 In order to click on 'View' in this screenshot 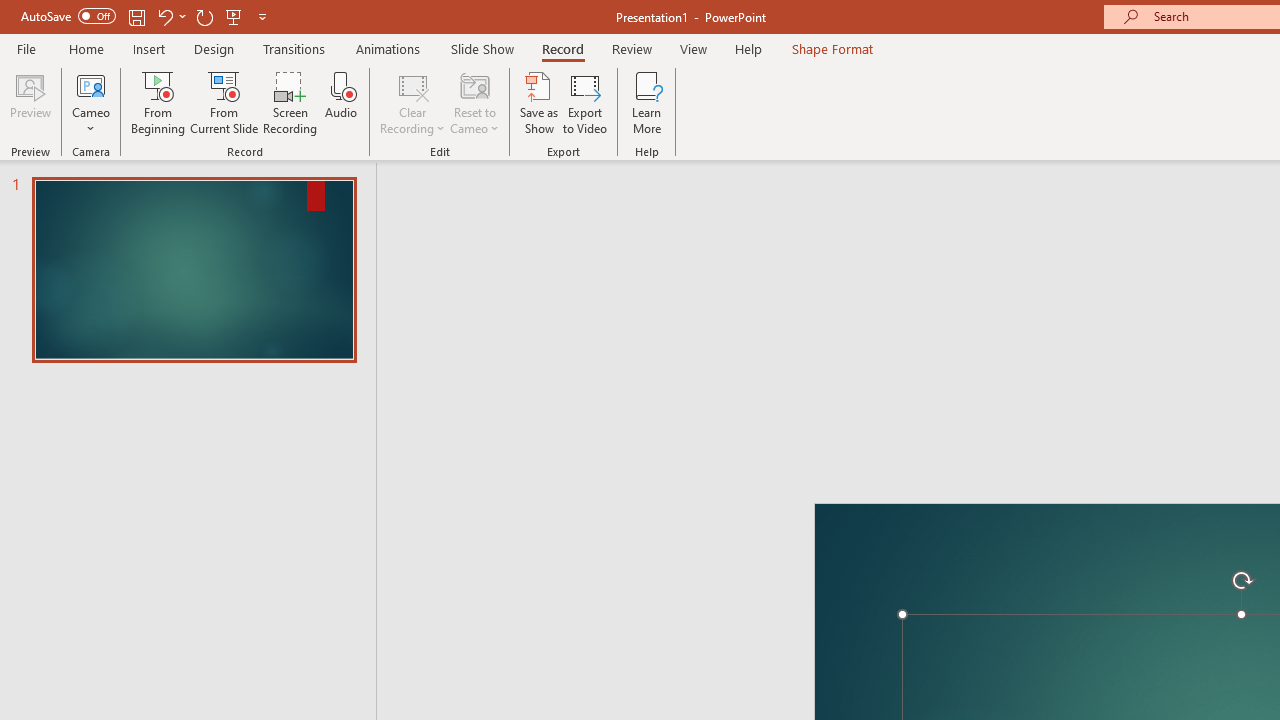, I will do `click(693, 48)`.